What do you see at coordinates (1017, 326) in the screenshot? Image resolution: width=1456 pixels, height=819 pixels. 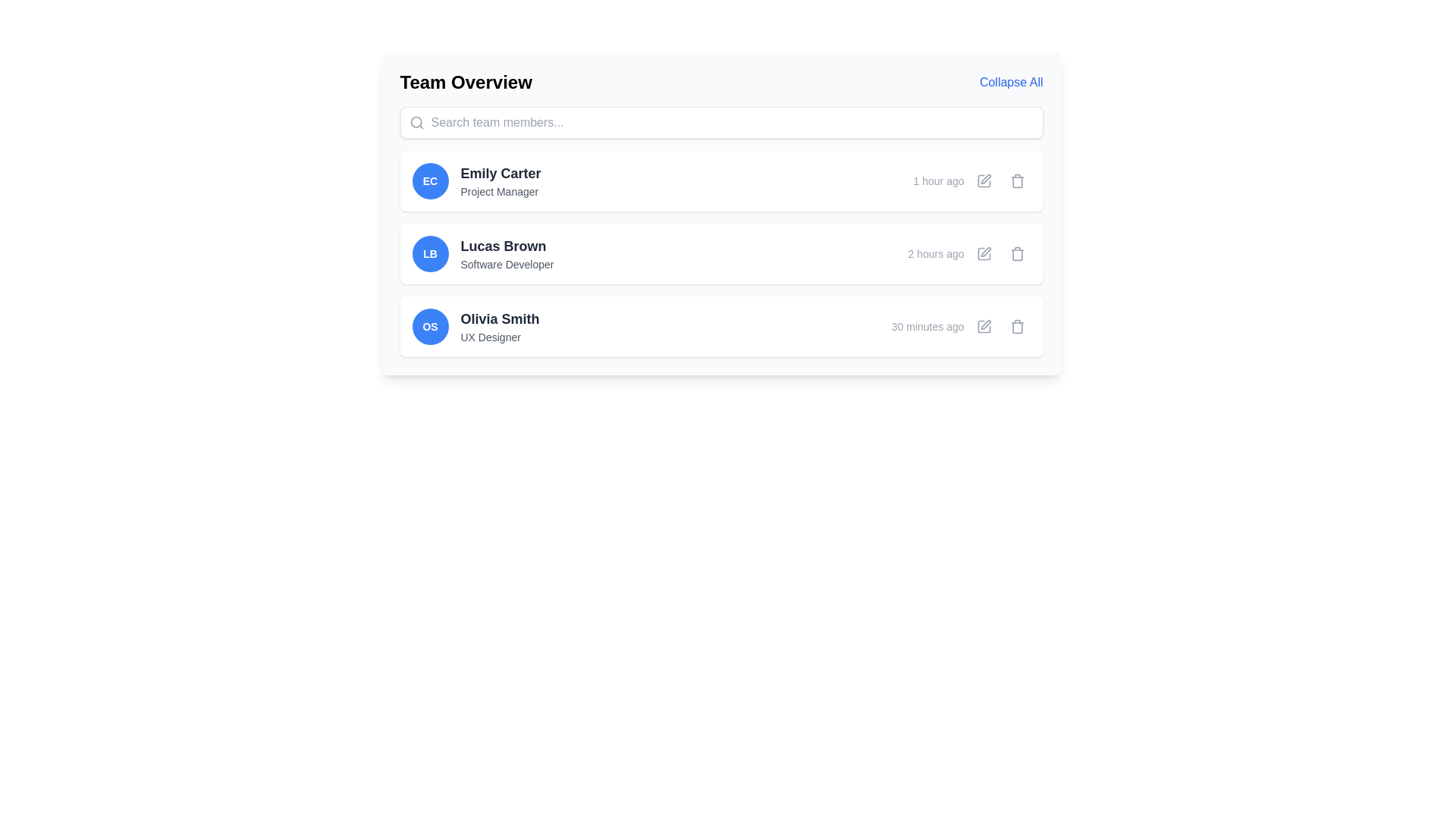 I see `the delete button, which is the third action icon` at bounding box center [1017, 326].